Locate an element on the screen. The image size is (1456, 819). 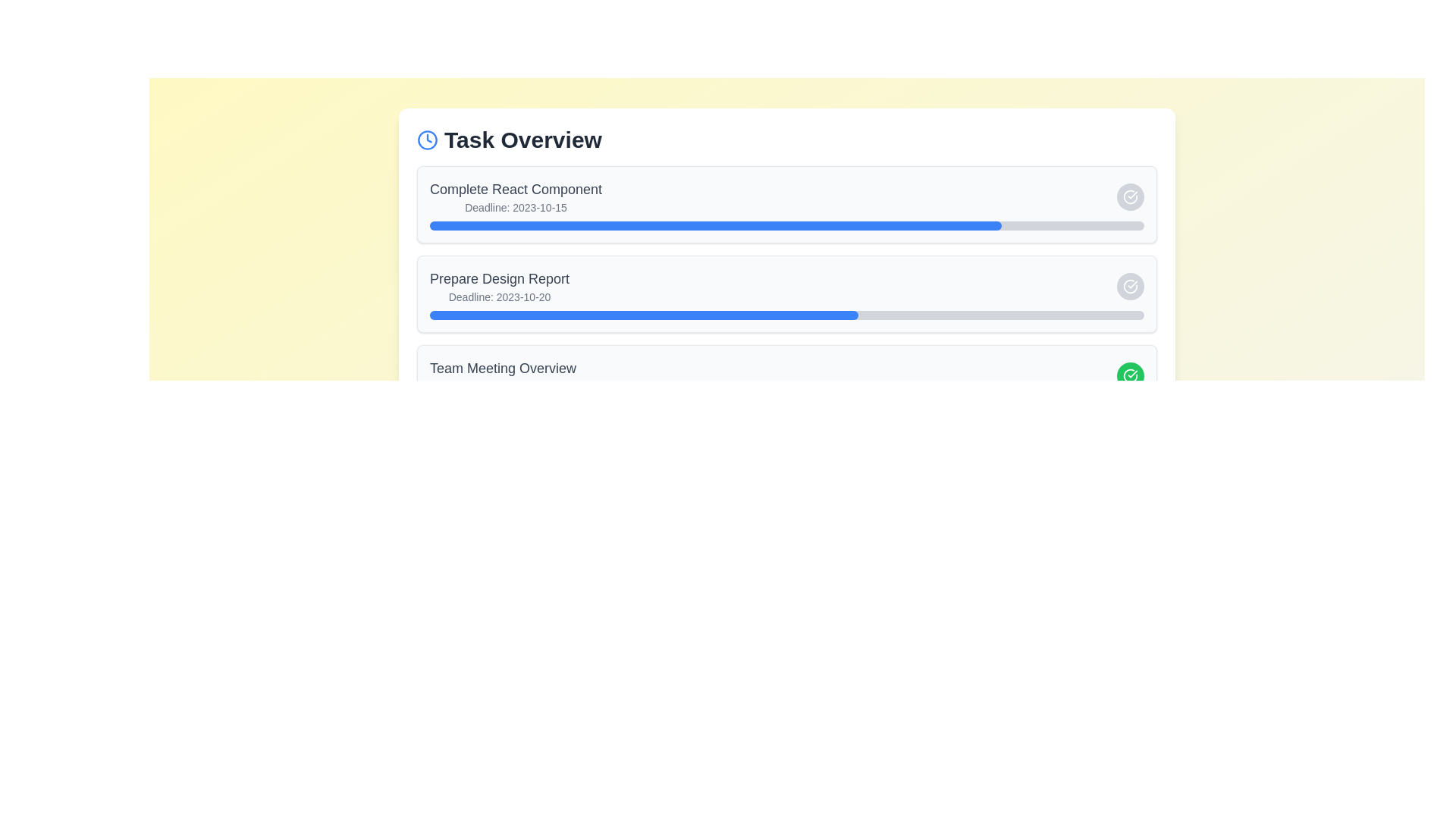
the decorative or informational icon representing time or scheduling, located at the top-left corner of the 'Task Overview' group, aligned with the title text is located at coordinates (427, 140).